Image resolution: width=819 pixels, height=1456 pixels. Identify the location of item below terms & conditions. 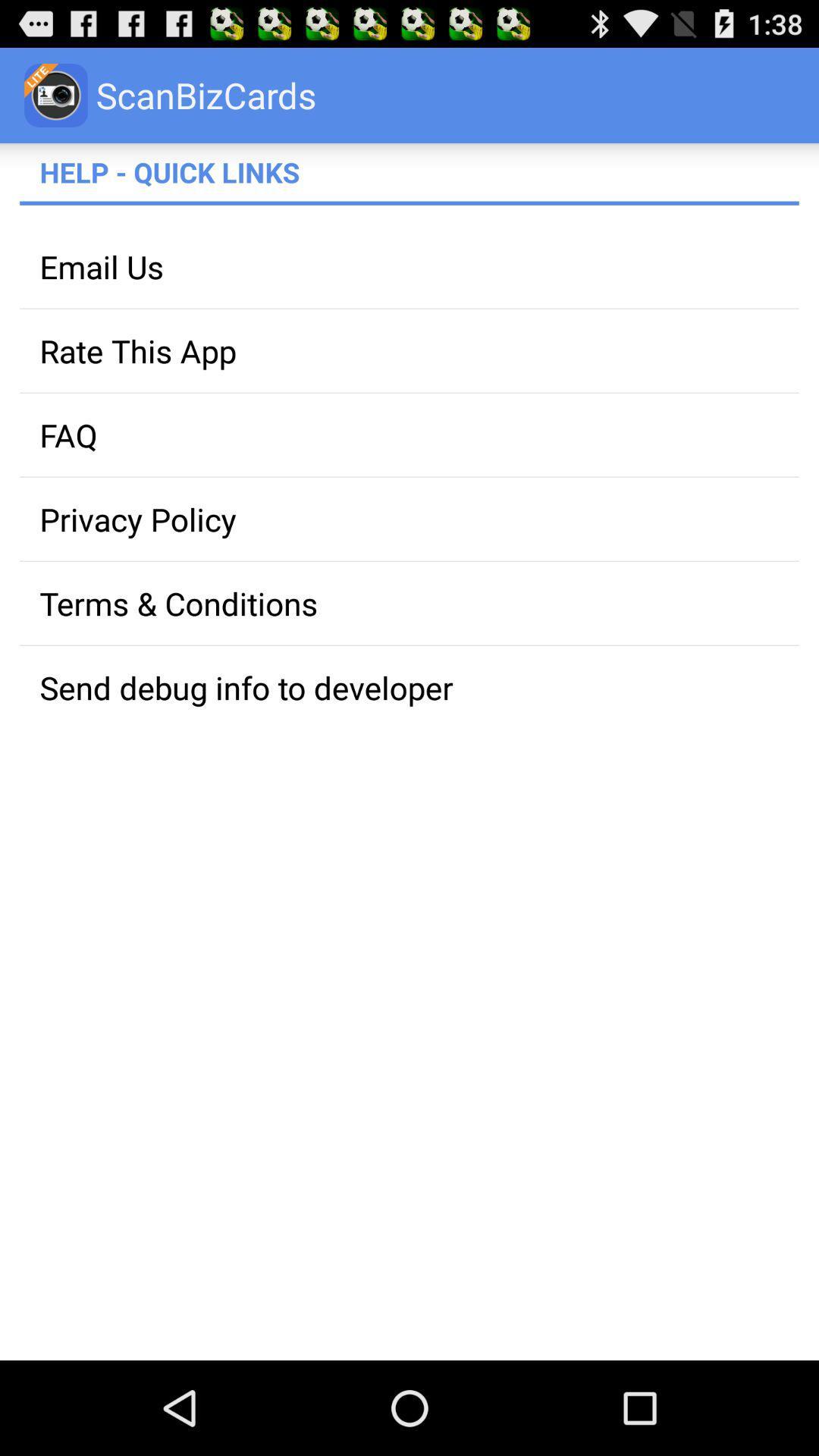
(409, 686).